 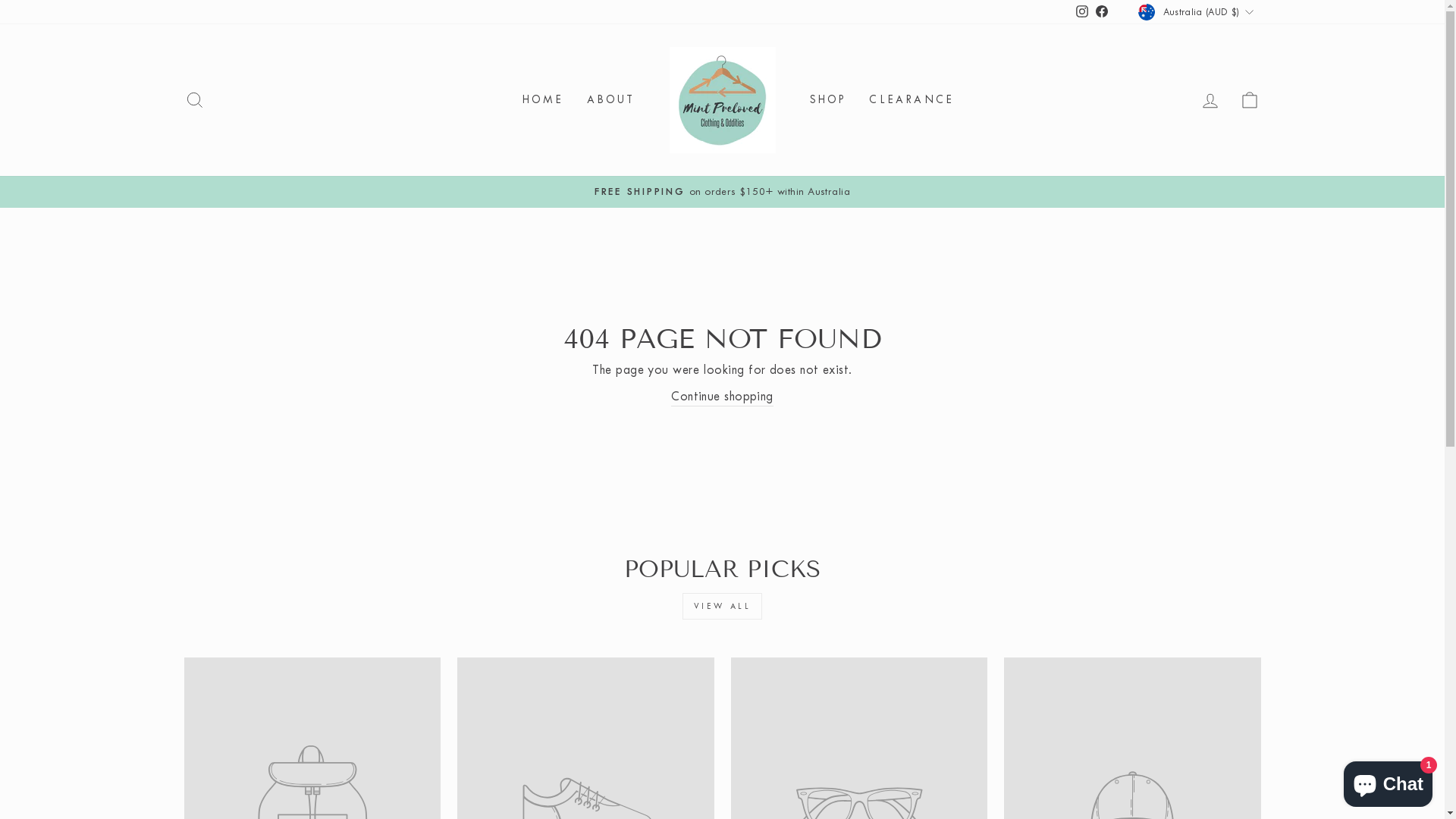 I want to click on 'Australia (AUD $)', so click(x=1197, y=11).